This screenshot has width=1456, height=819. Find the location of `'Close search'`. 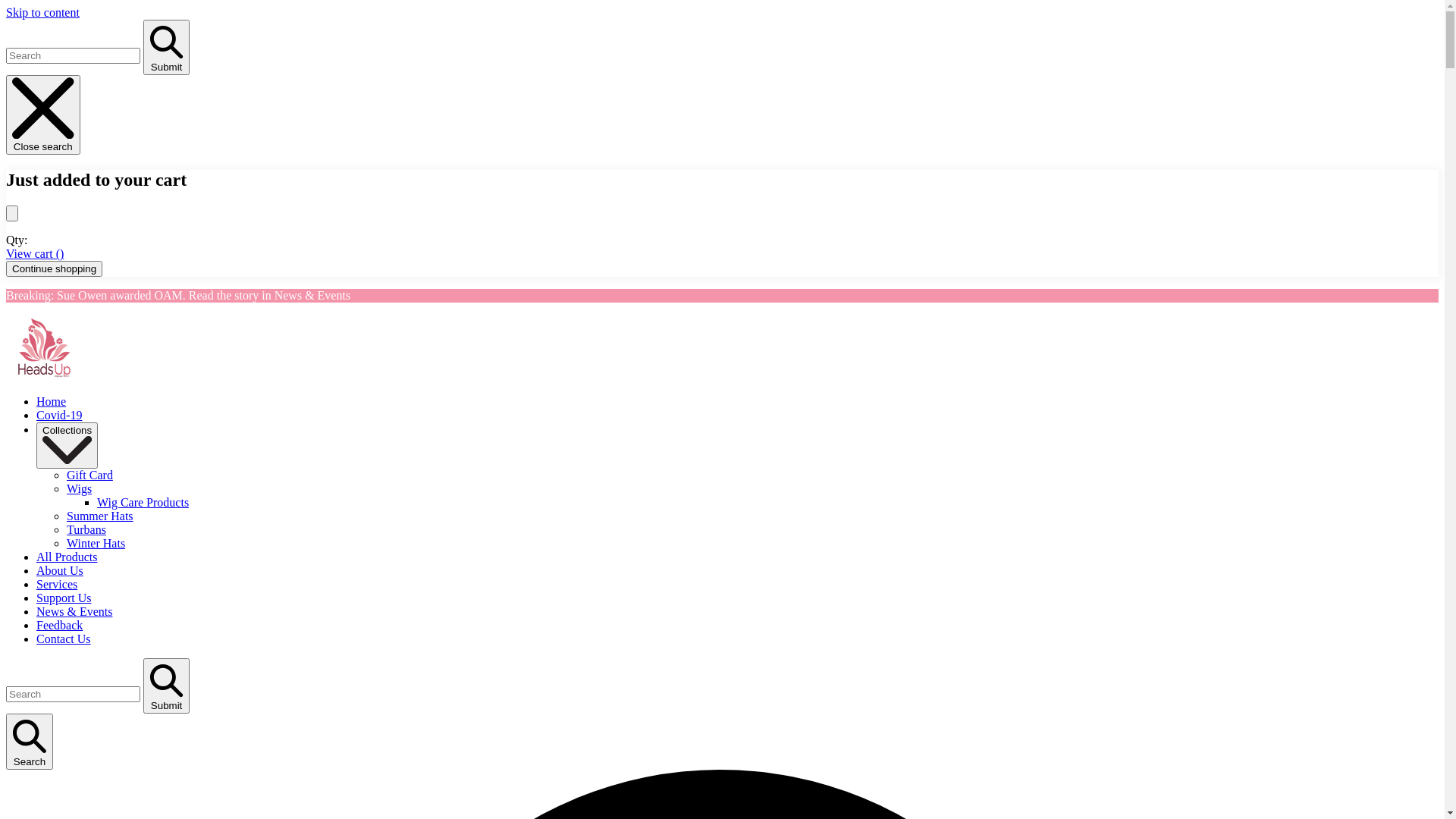

'Close search' is located at coordinates (6, 114).